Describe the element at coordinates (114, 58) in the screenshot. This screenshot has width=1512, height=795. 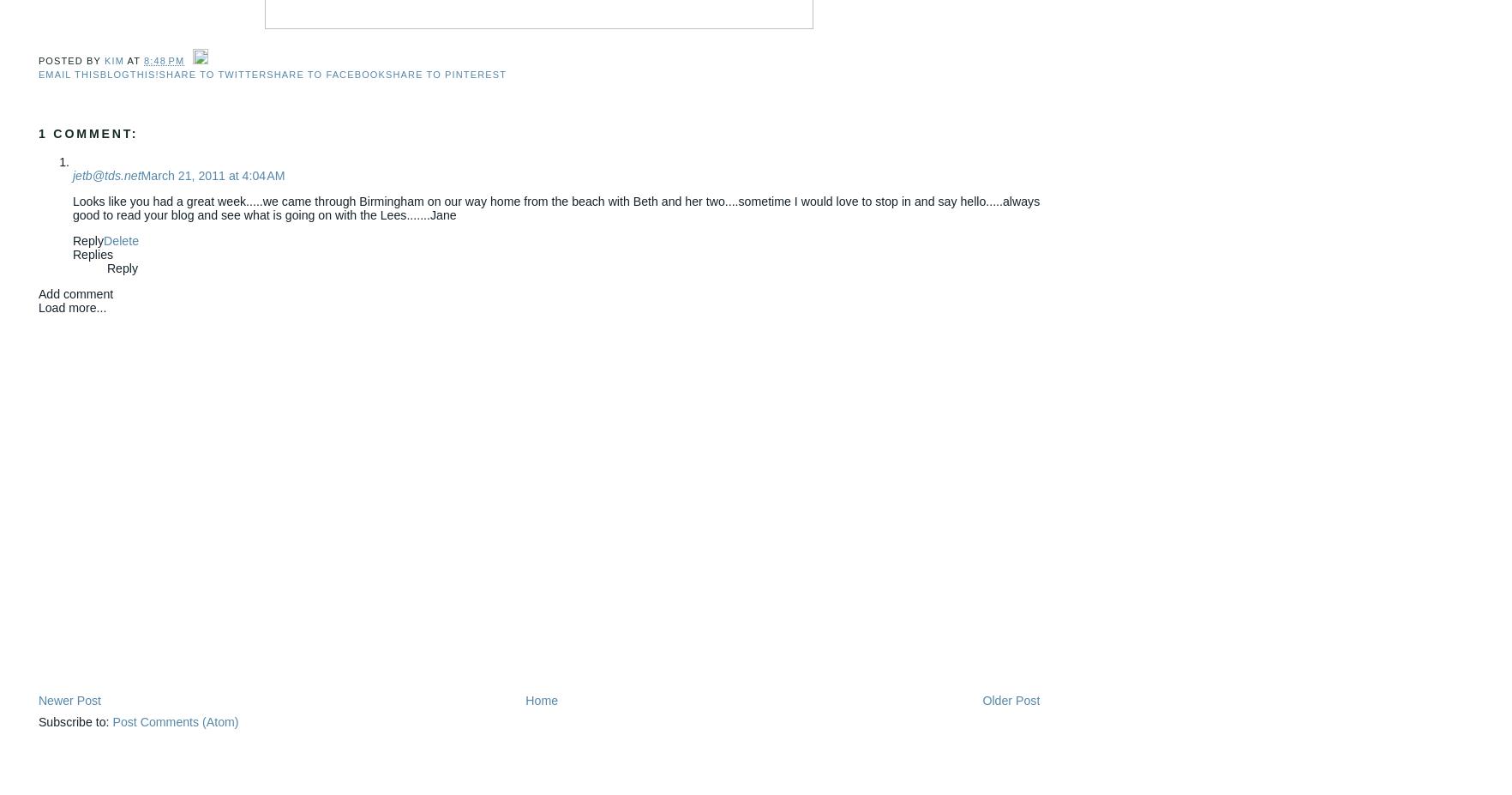
I see `'Kim'` at that location.